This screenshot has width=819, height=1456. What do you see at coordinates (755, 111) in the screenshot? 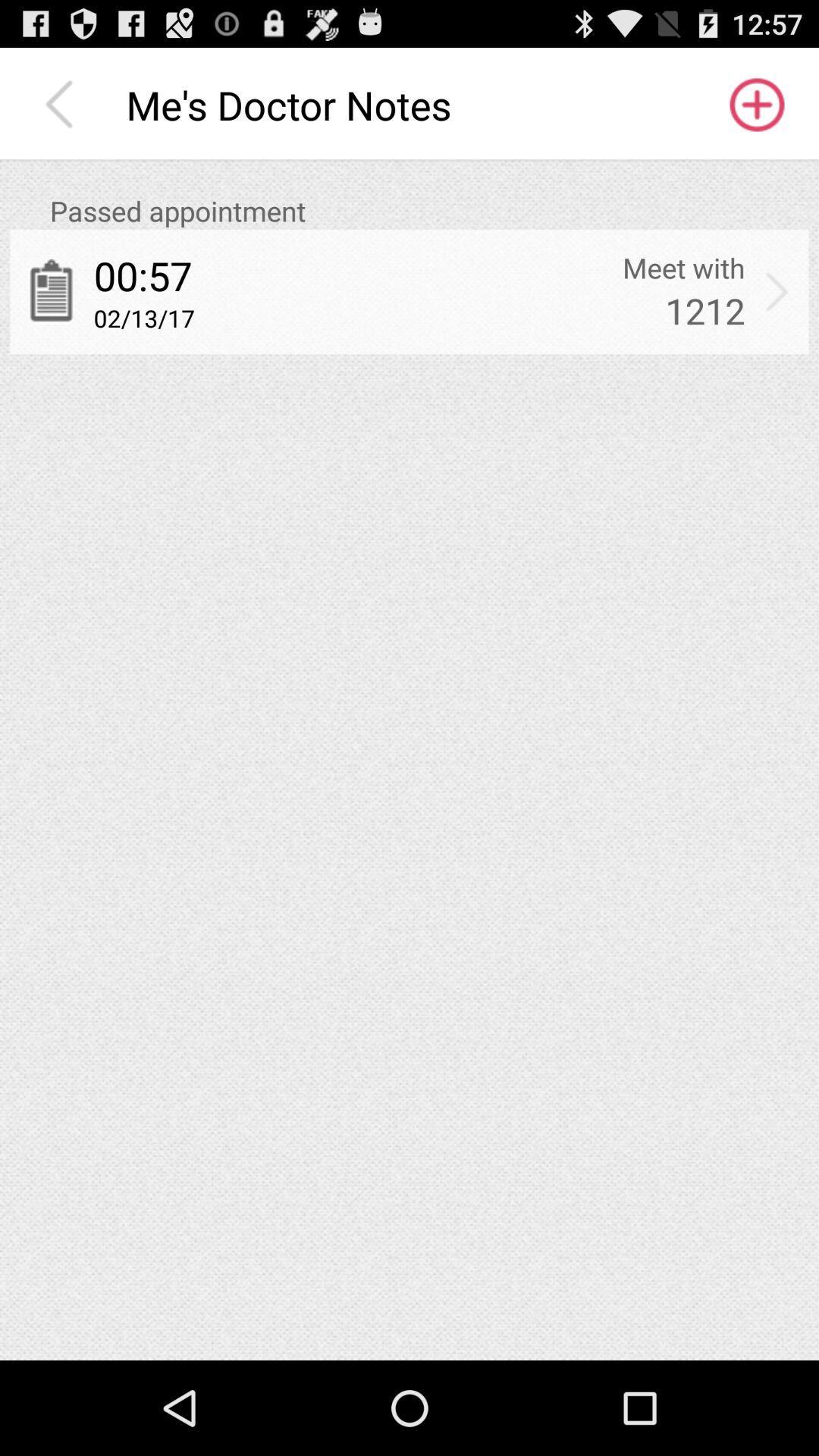
I see `the add icon` at bounding box center [755, 111].